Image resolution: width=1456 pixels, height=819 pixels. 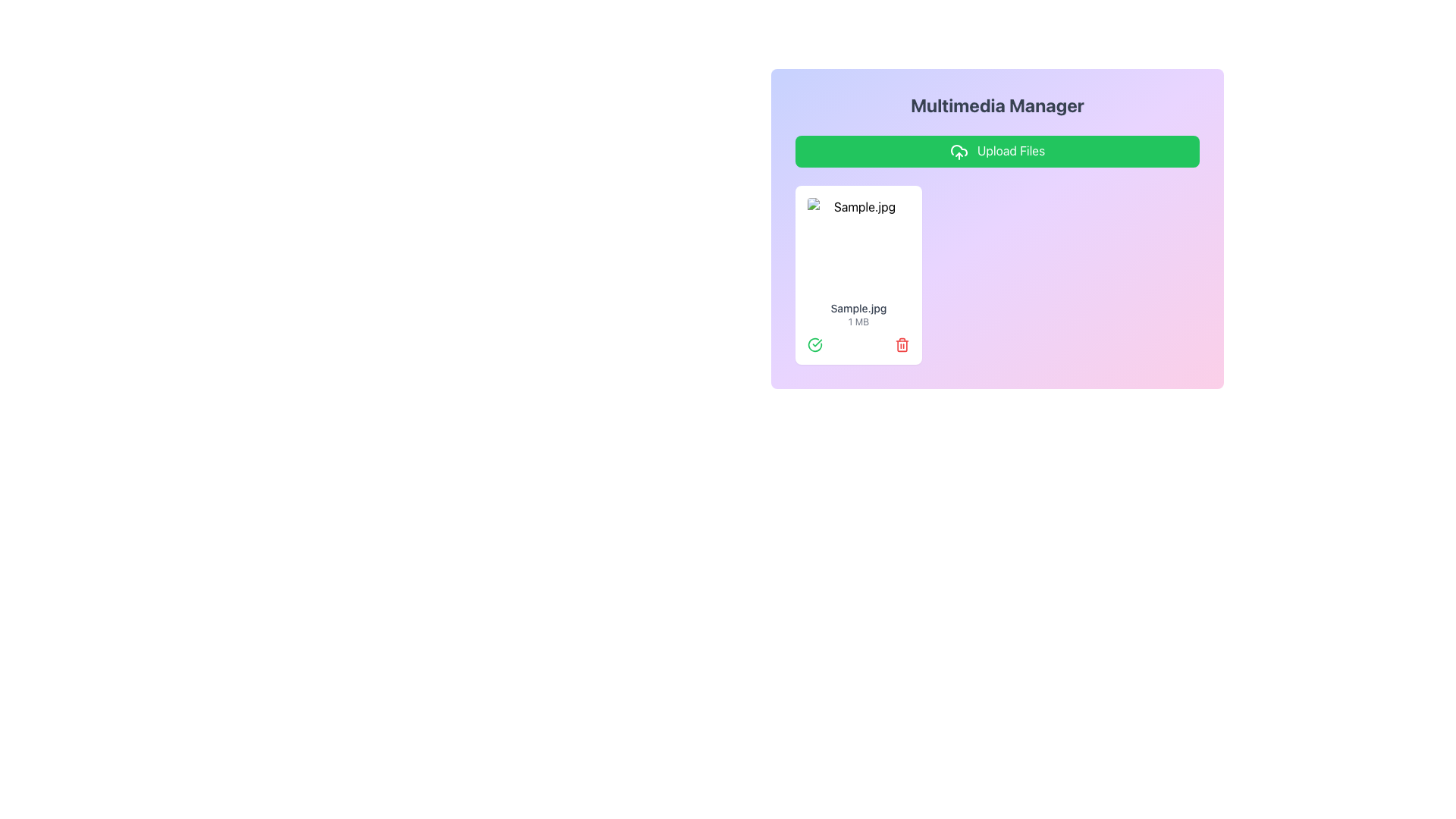 I want to click on the upload icon located within the 'Upload Files' button at the top center of the interface, which is the first item on the left side next to the button's text, so click(x=958, y=152).